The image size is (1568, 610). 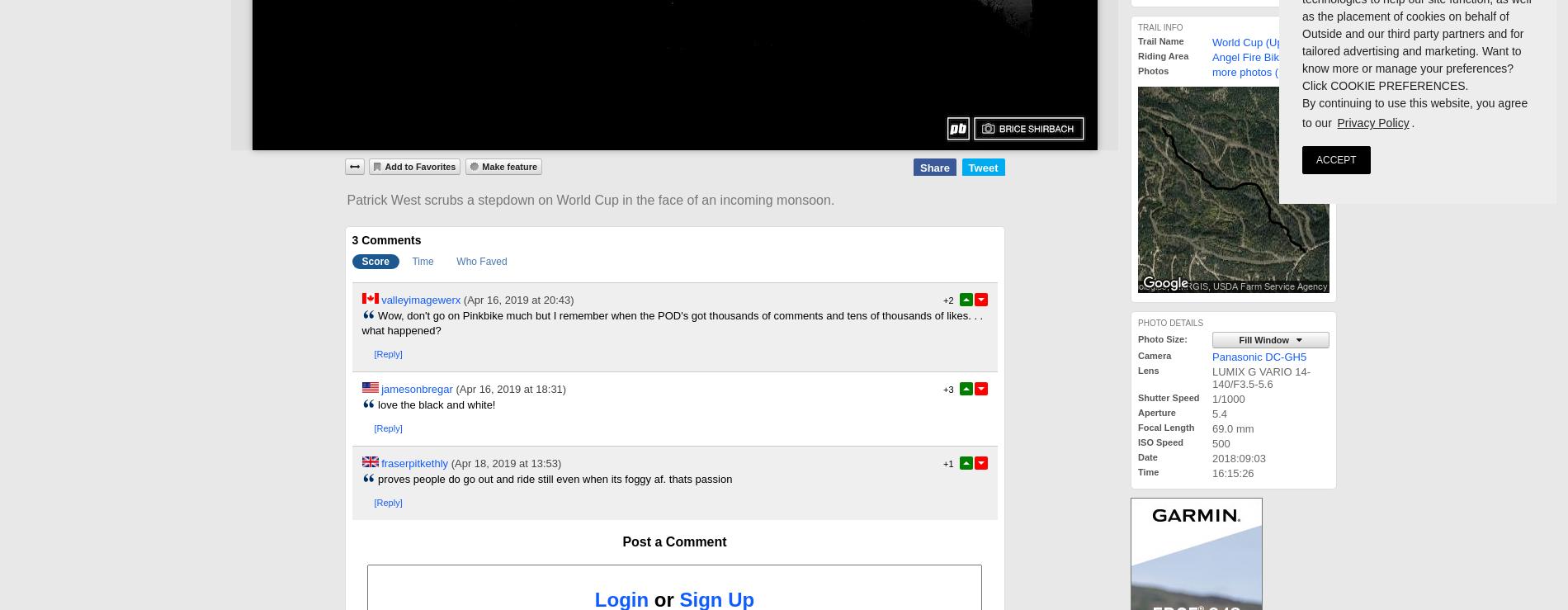 What do you see at coordinates (505, 461) in the screenshot?
I see `'(Apr 18, 2019 at 13:53)'` at bounding box center [505, 461].